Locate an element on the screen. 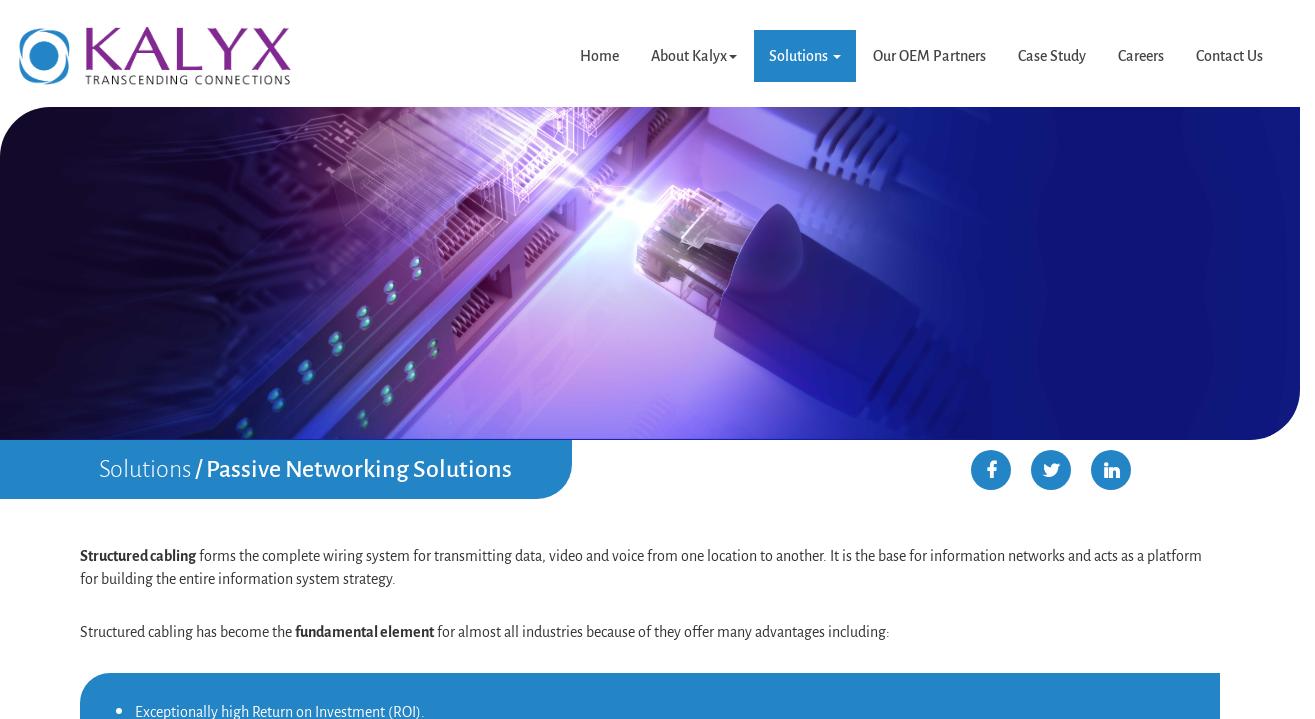 The image size is (1315, 719). 'Careers' is located at coordinates (1140, 55).